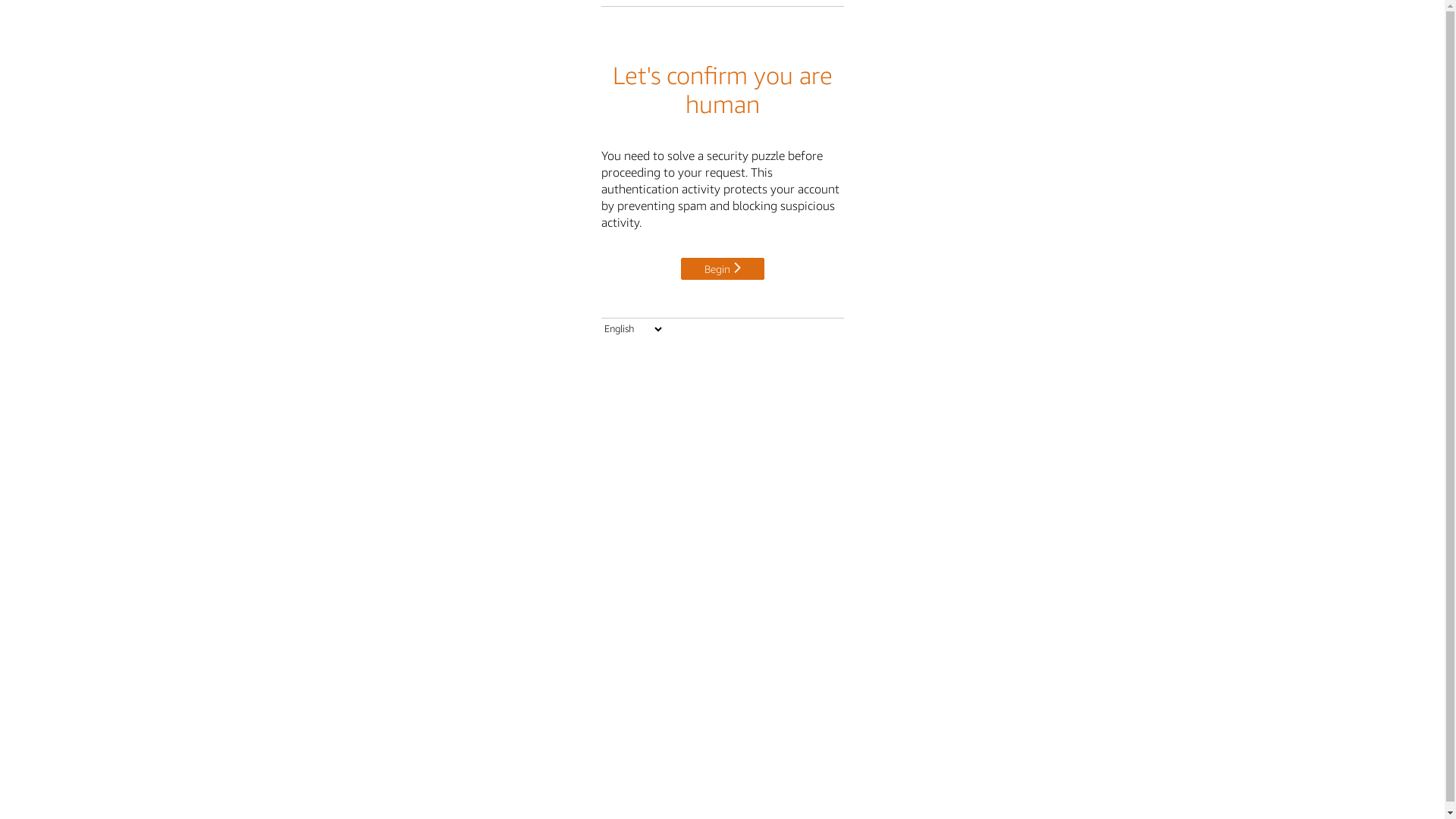  Describe the element at coordinates (679, 265) in the screenshot. I see `'Begin'` at that location.